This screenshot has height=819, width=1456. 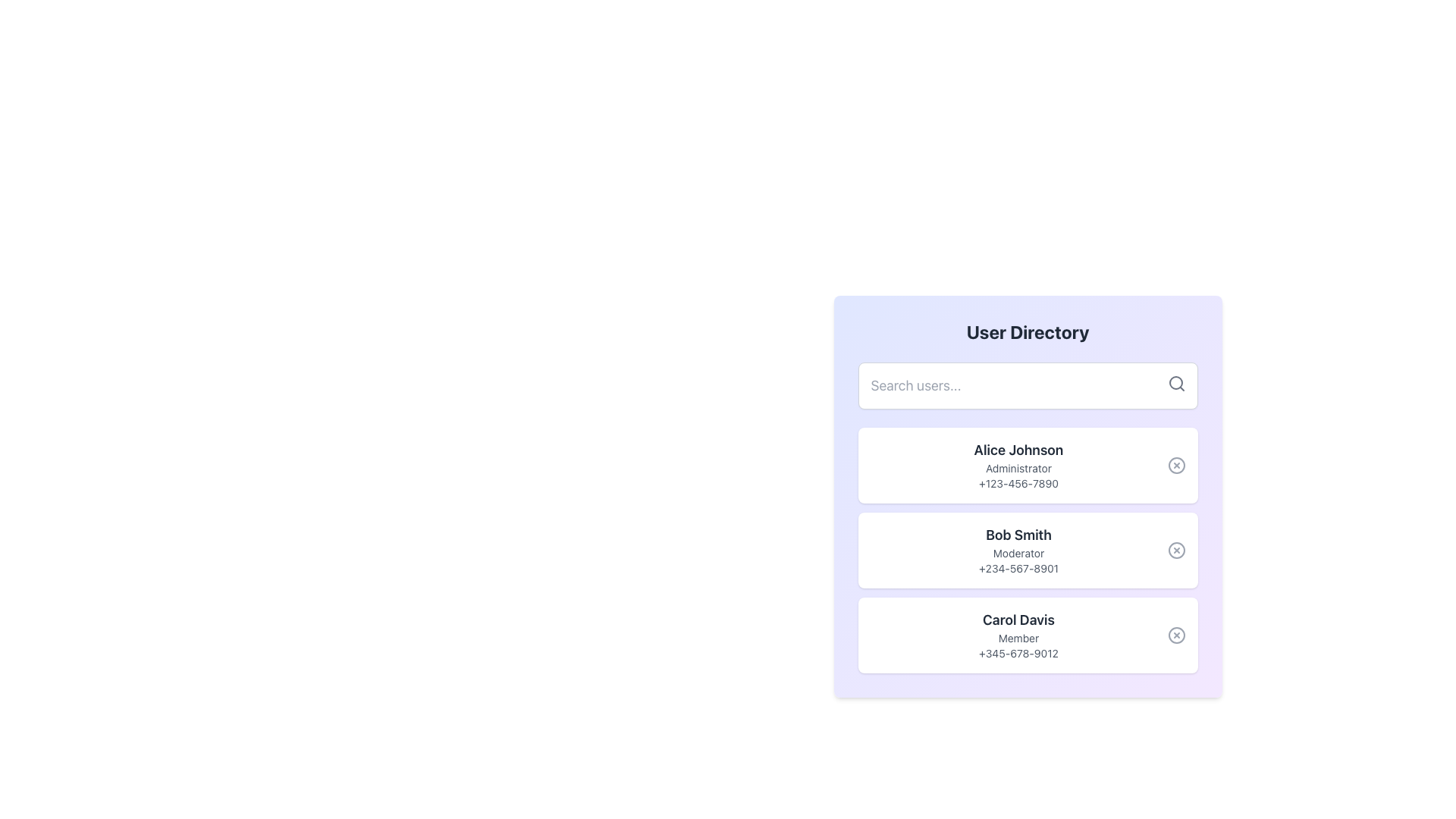 What do you see at coordinates (1018, 467) in the screenshot?
I see `the 'Administrator' label, which is a muted gray text centered below 'Alice Johnson' in the first user card of the 'User Directory'` at bounding box center [1018, 467].